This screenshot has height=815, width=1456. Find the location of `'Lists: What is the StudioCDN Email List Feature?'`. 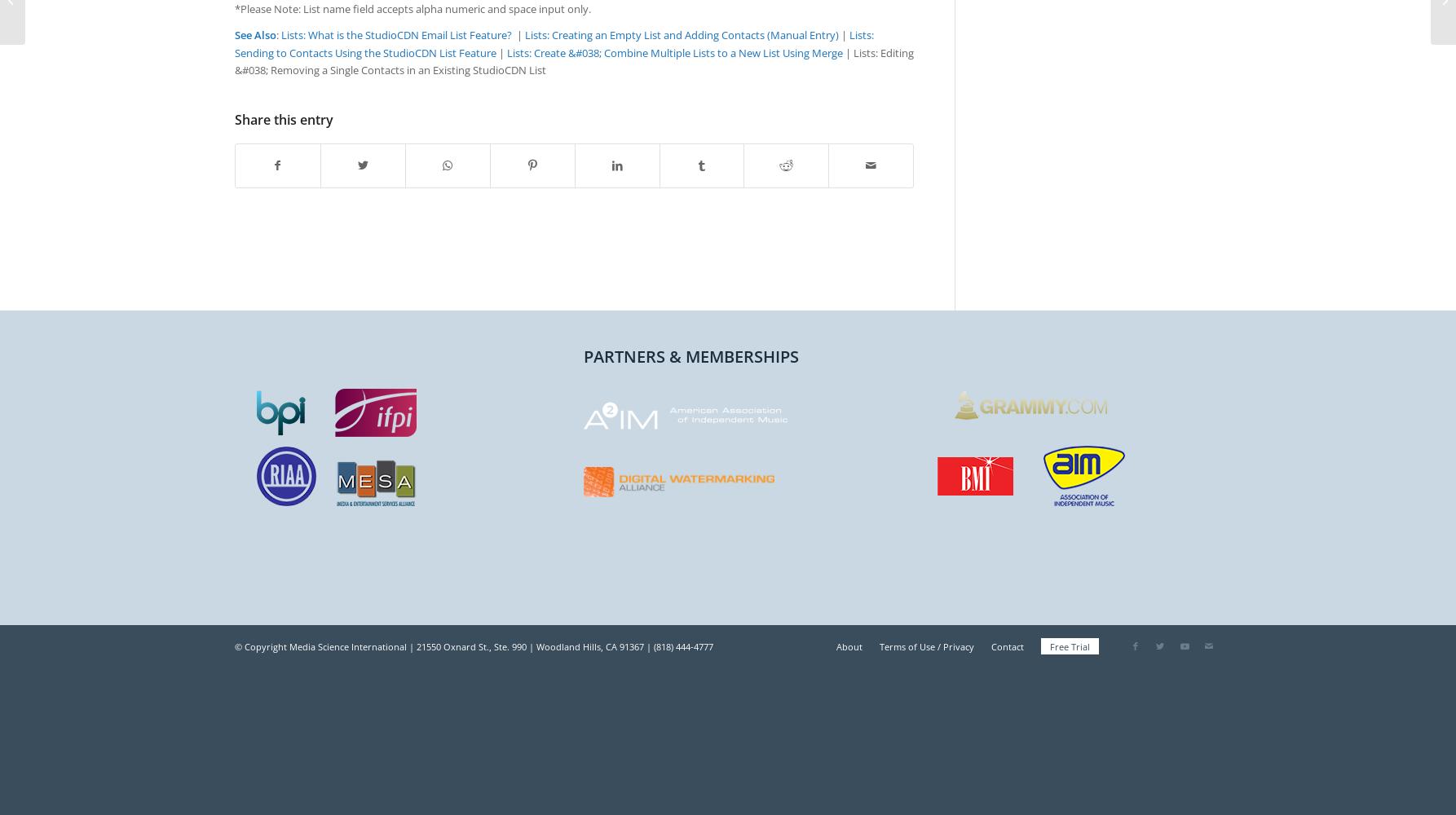

'Lists: What is the StudioCDN Email List Feature?' is located at coordinates (396, 35).